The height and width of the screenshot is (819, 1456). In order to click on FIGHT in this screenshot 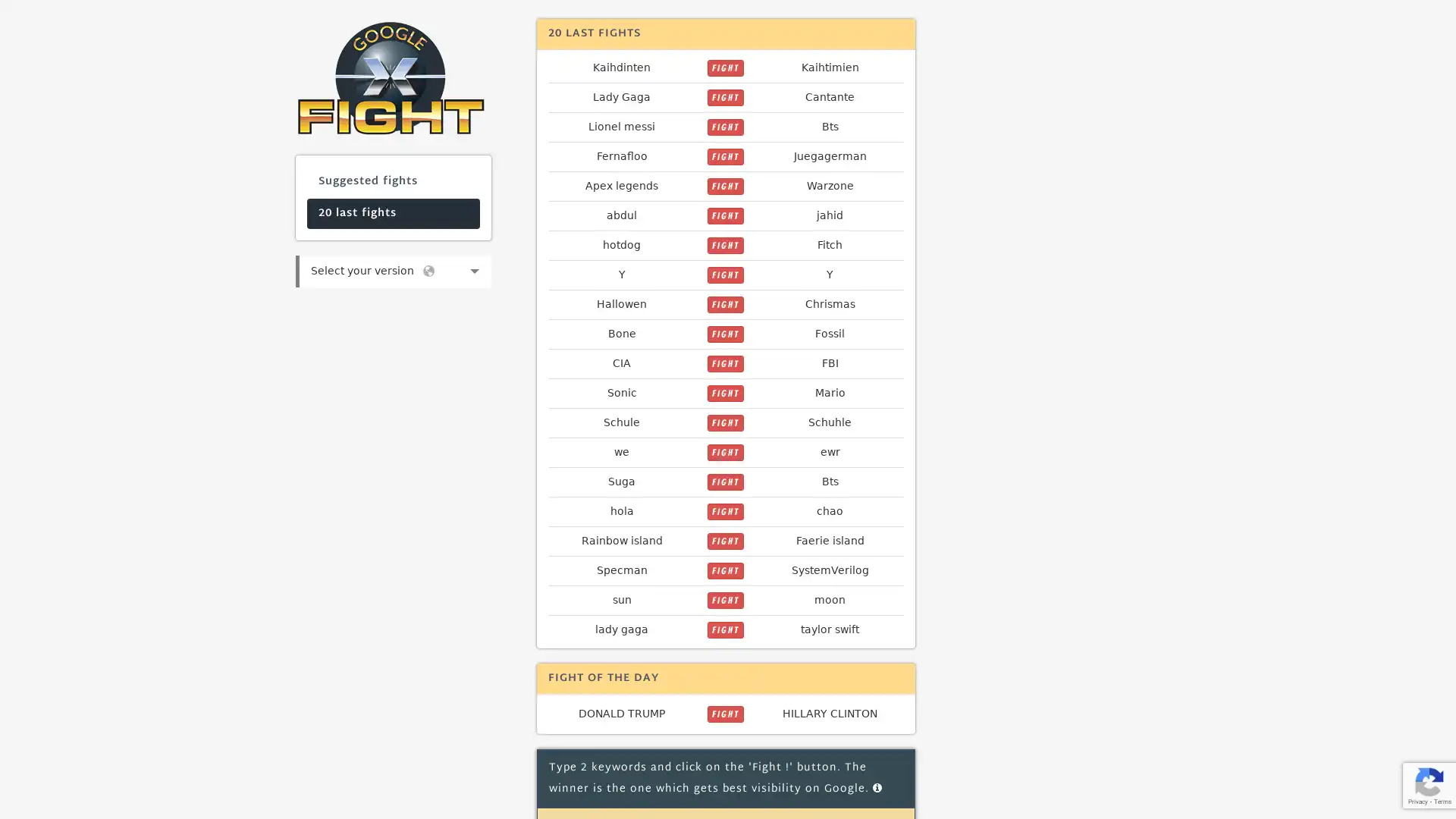, I will do `click(724, 127)`.